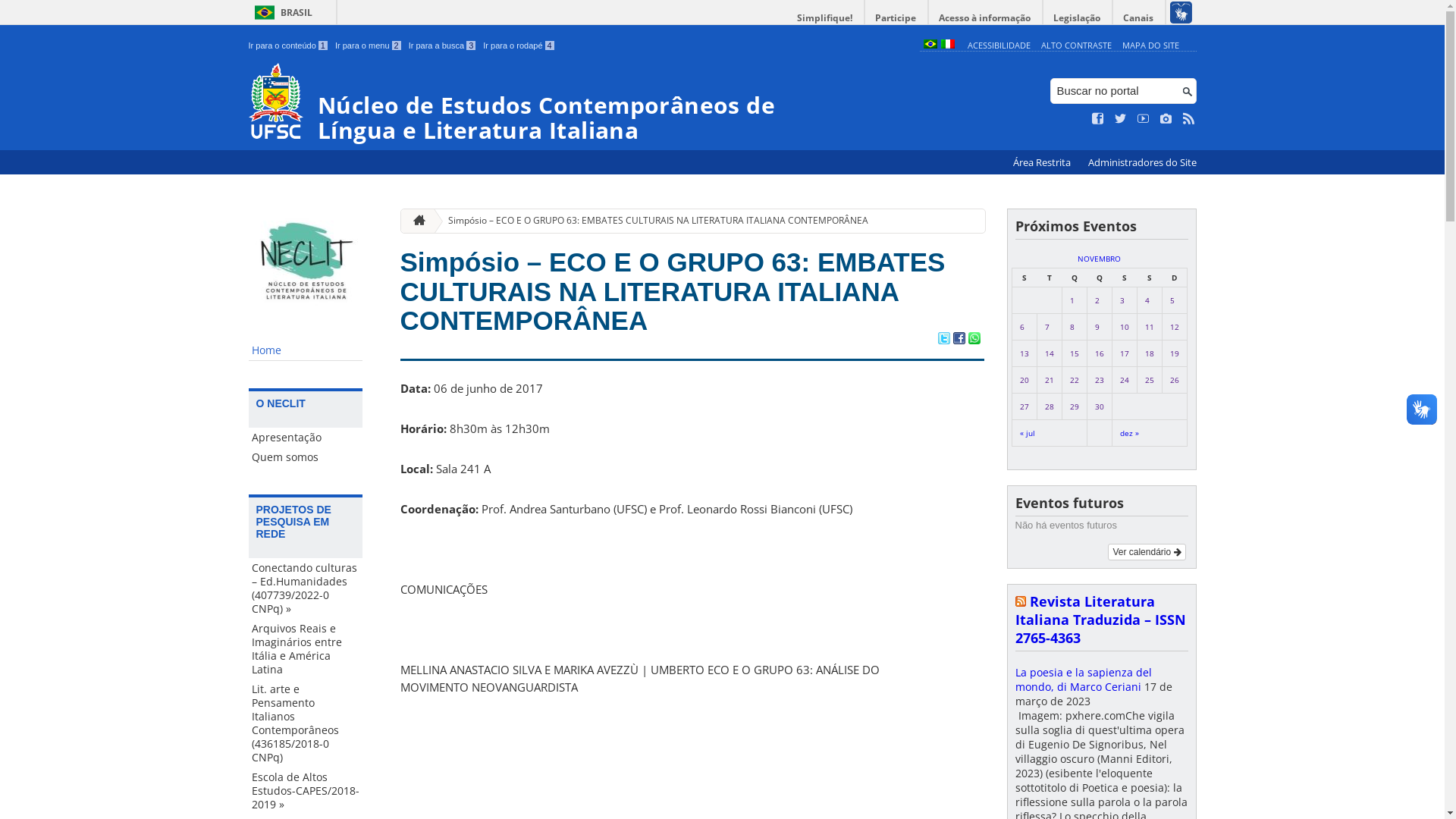 The height and width of the screenshot is (819, 1456). I want to click on '19', so click(1172, 353).